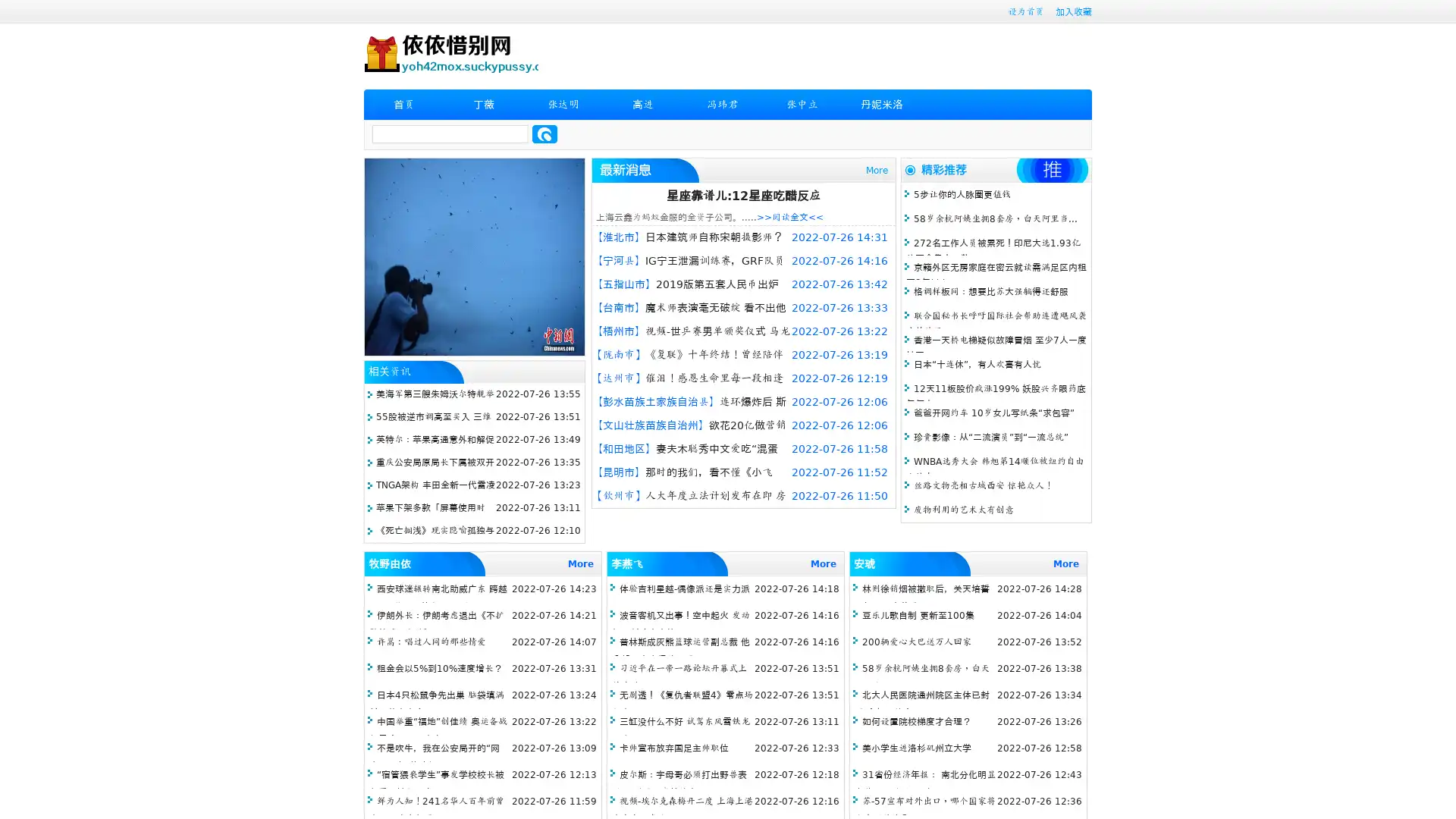 This screenshot has width=1456, height=819. Describe the element at coordinates (544, 133) in the screenshot. I see `Search` at that location.